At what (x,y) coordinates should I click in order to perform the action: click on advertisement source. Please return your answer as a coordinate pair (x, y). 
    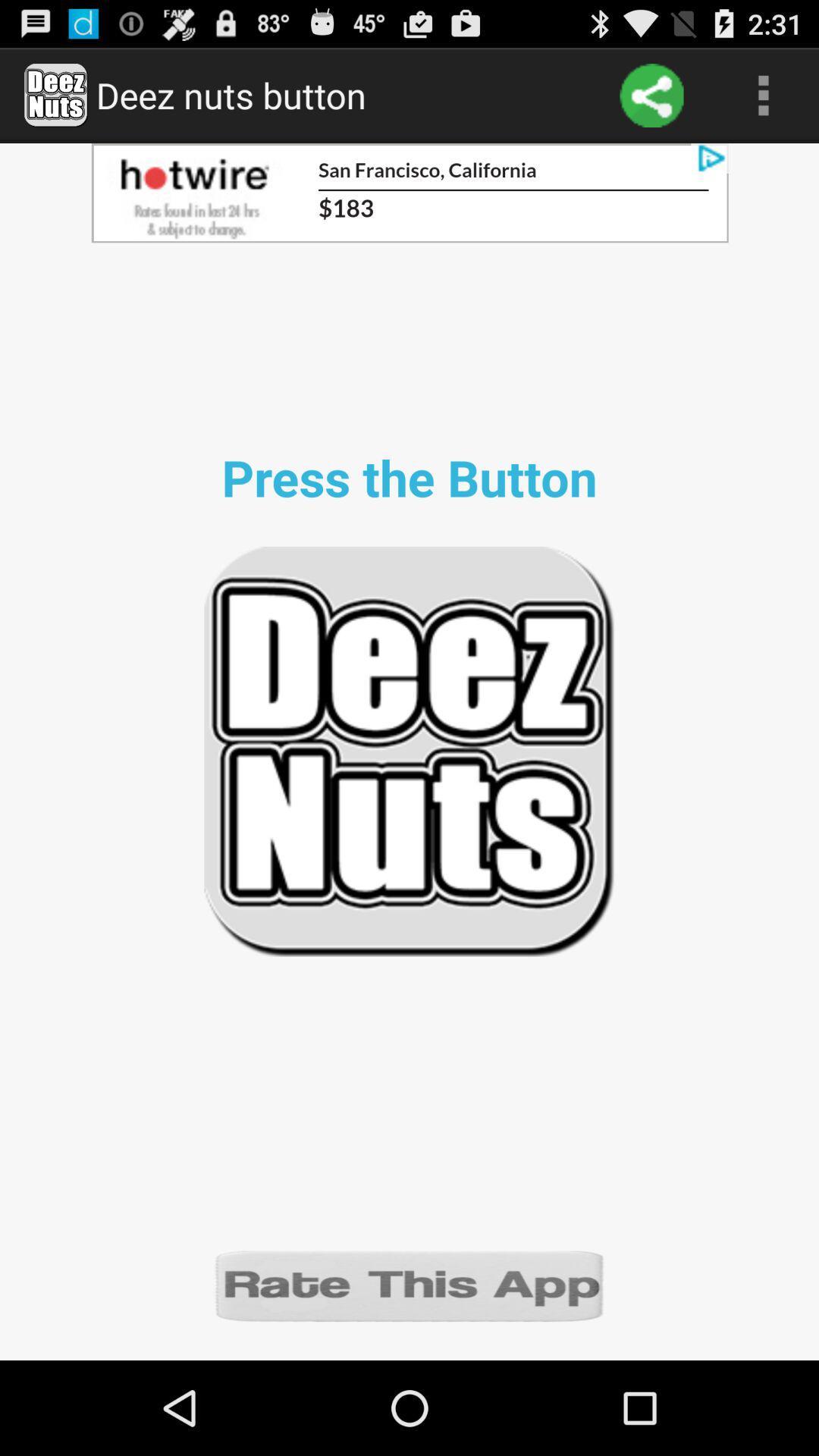
    Looking at the image, I should click on (409, 192).